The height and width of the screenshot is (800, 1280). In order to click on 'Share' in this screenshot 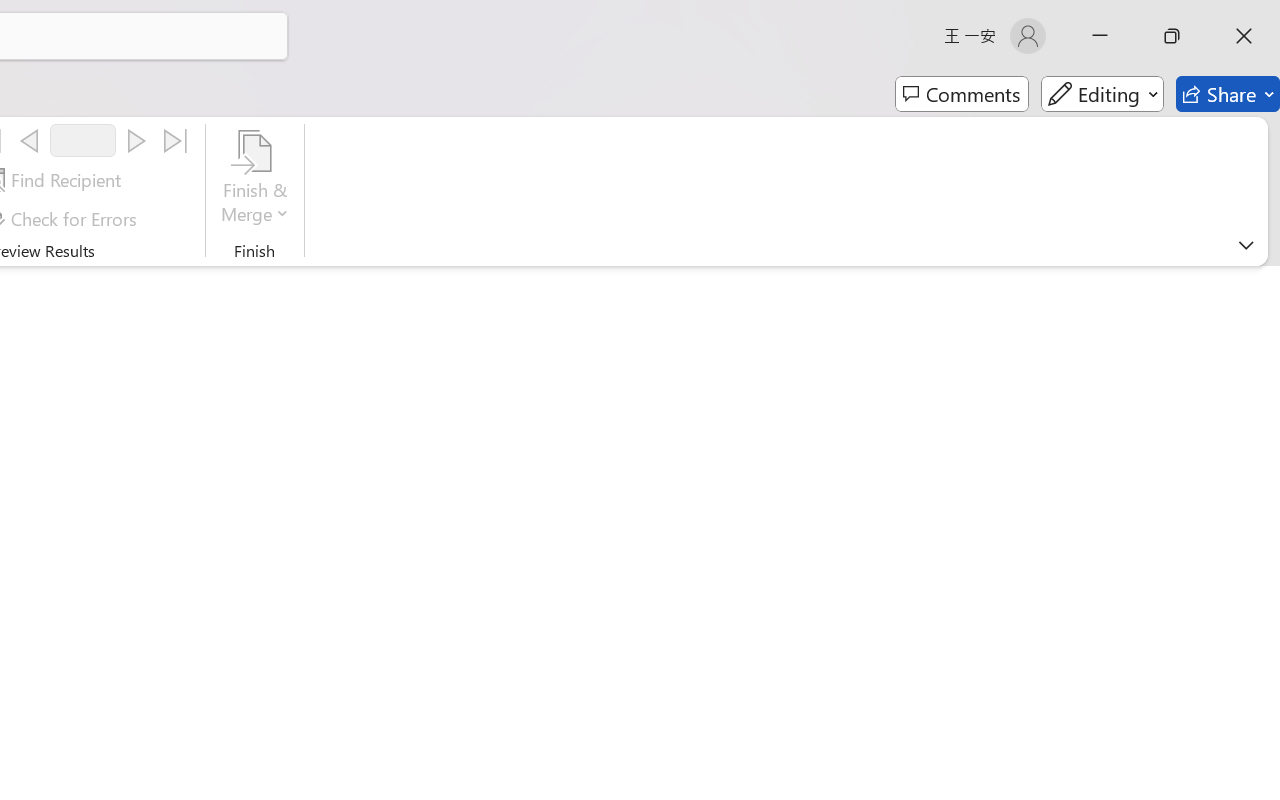, I will do `click(1227, 94)`.